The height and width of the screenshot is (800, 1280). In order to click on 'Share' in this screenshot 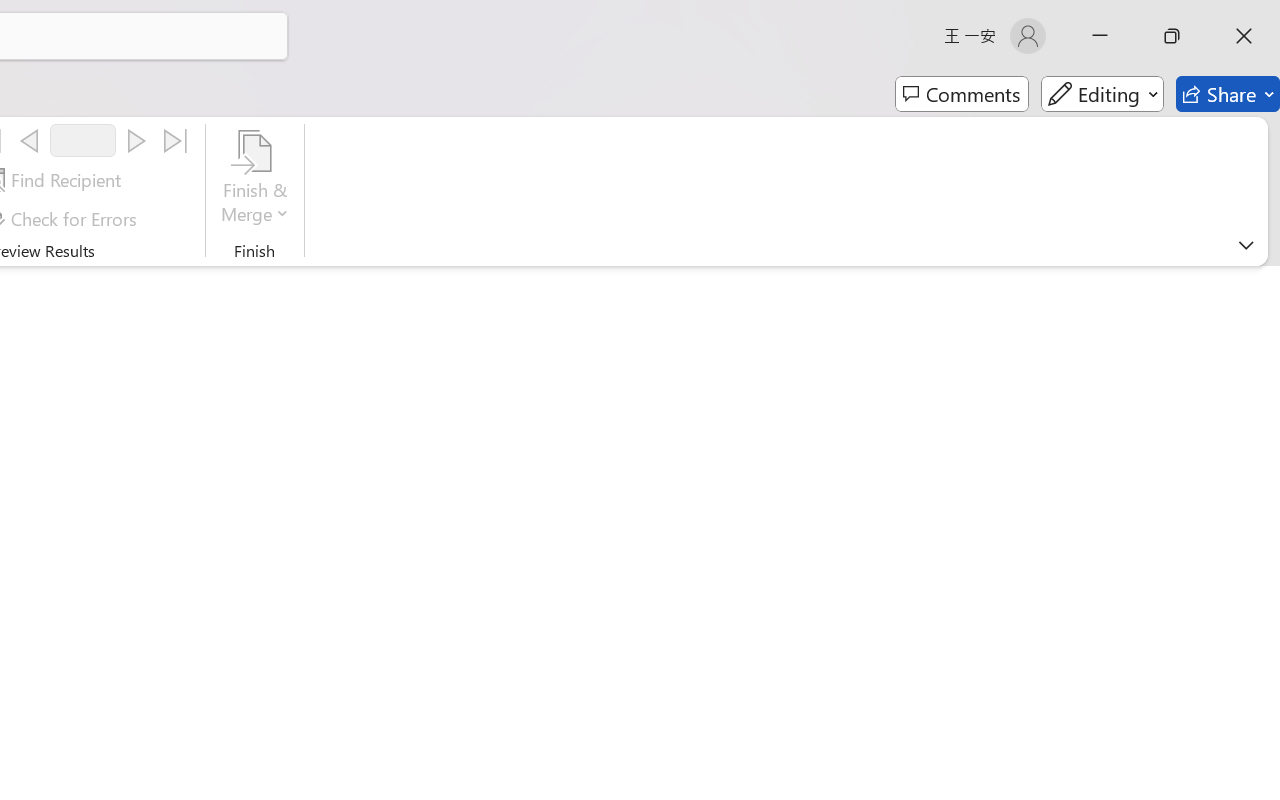, I will do `click(1227, 94)`.